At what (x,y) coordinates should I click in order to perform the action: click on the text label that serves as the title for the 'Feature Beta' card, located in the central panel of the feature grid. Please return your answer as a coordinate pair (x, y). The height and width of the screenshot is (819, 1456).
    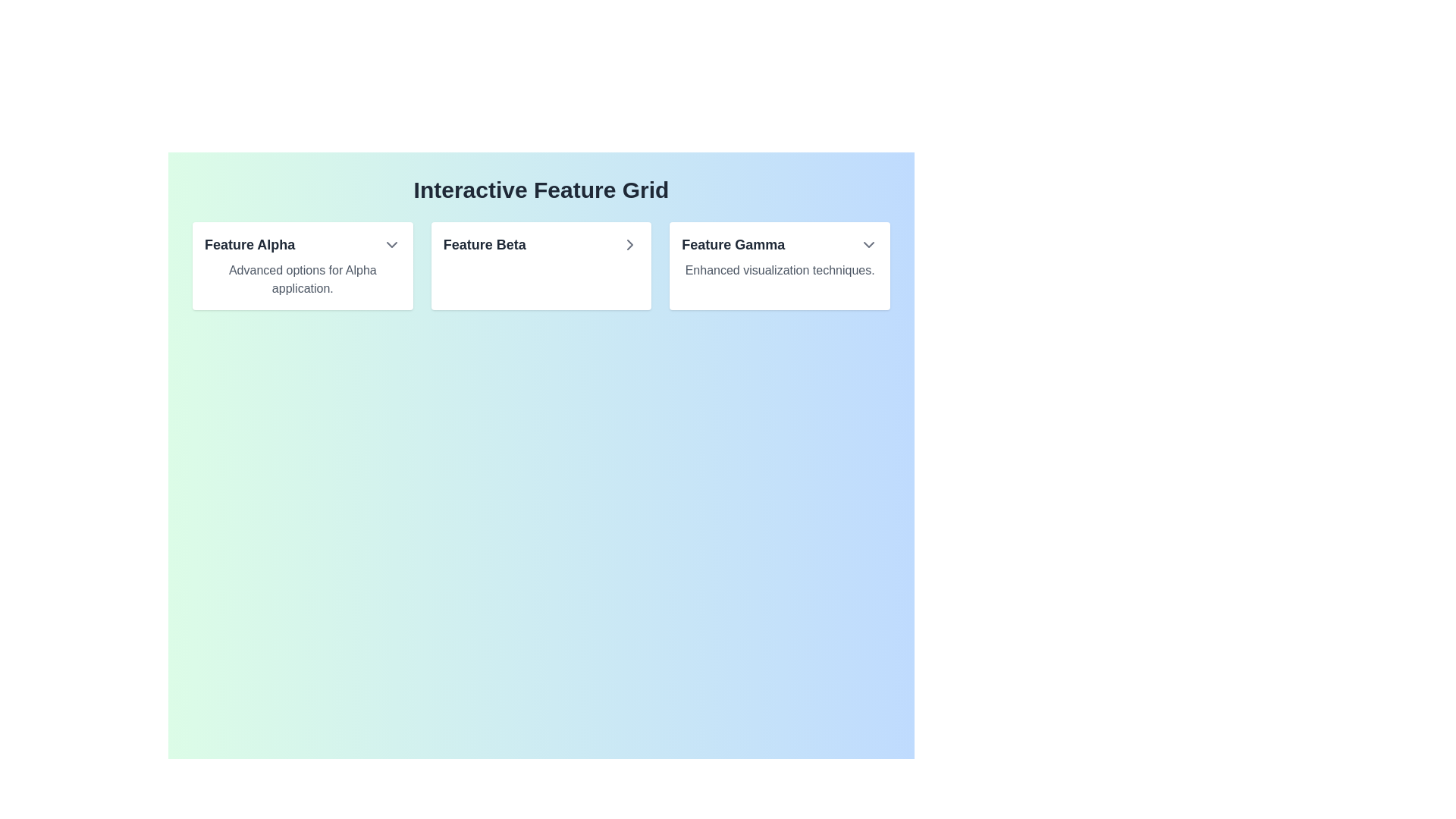
    Looking at the image, I should click on (484, 244).